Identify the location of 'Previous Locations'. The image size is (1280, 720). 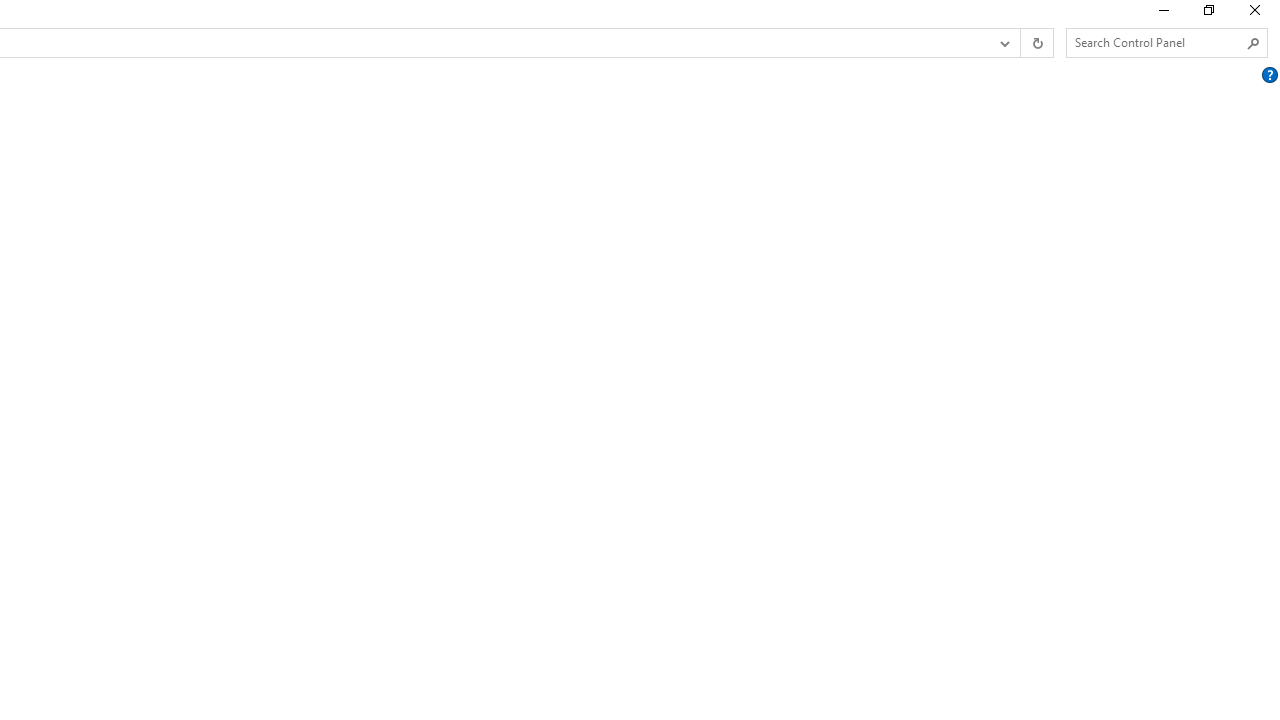
(1003, 43).